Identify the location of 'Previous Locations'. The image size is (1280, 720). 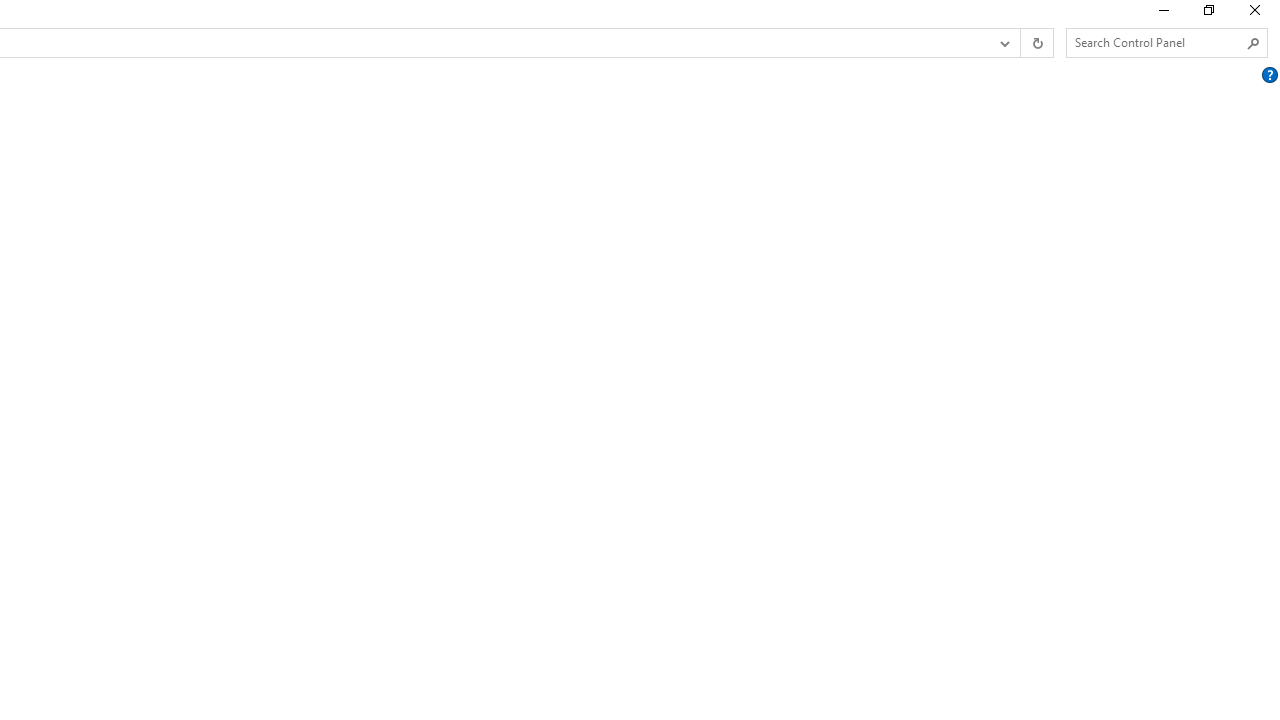
(1003, 43).